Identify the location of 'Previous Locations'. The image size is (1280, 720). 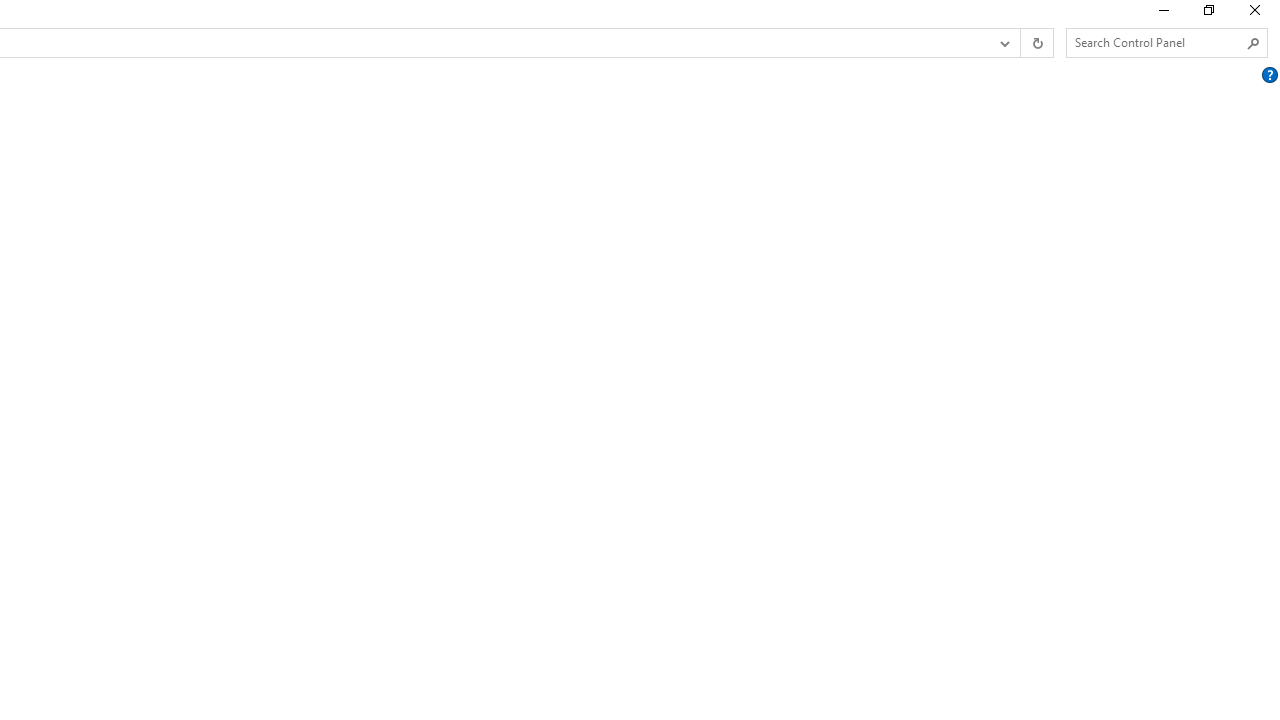
(1003, 43).